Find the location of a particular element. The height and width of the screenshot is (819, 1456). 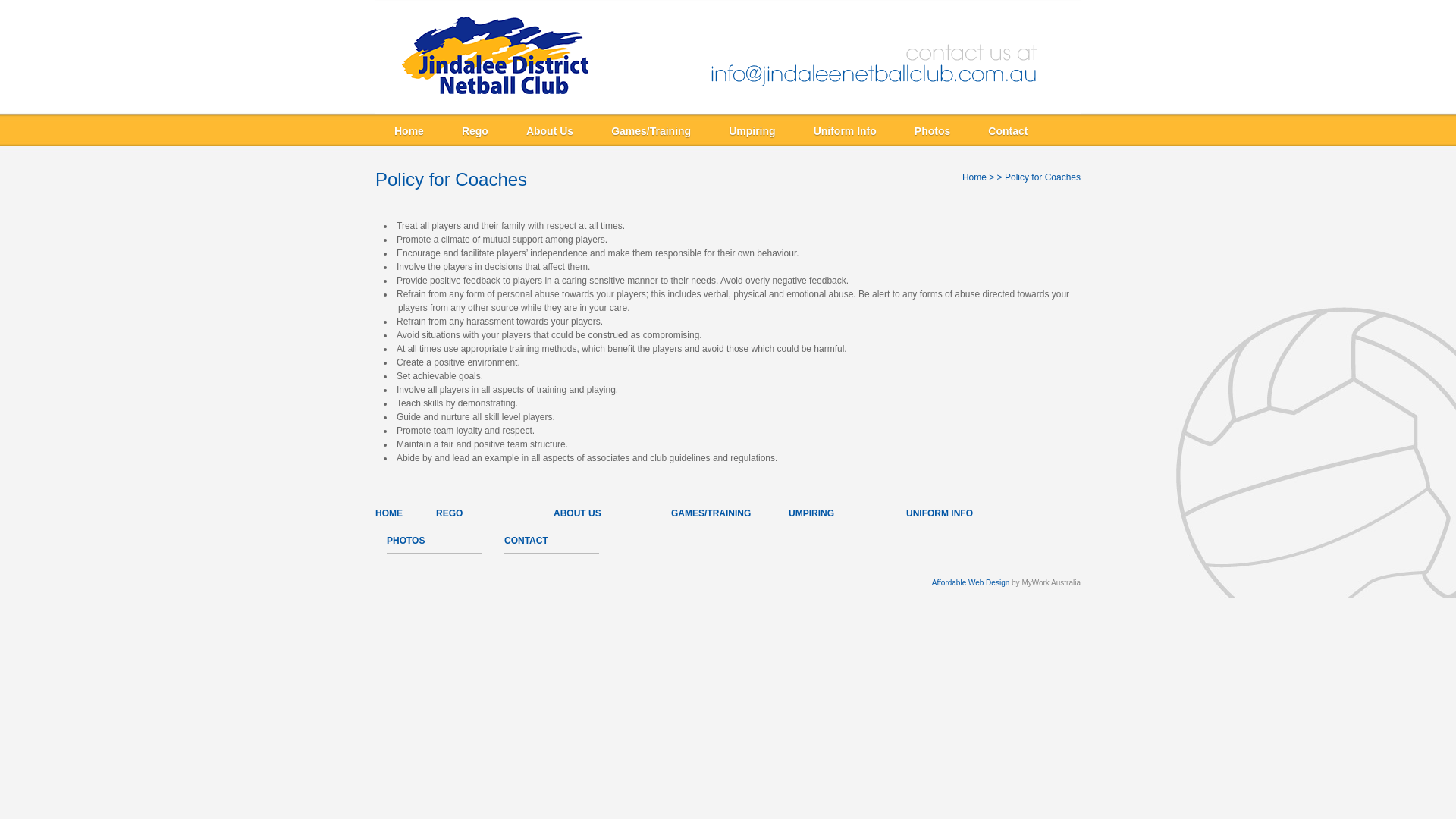

'Affordable Web Design' is located at coordinates (971, 582).